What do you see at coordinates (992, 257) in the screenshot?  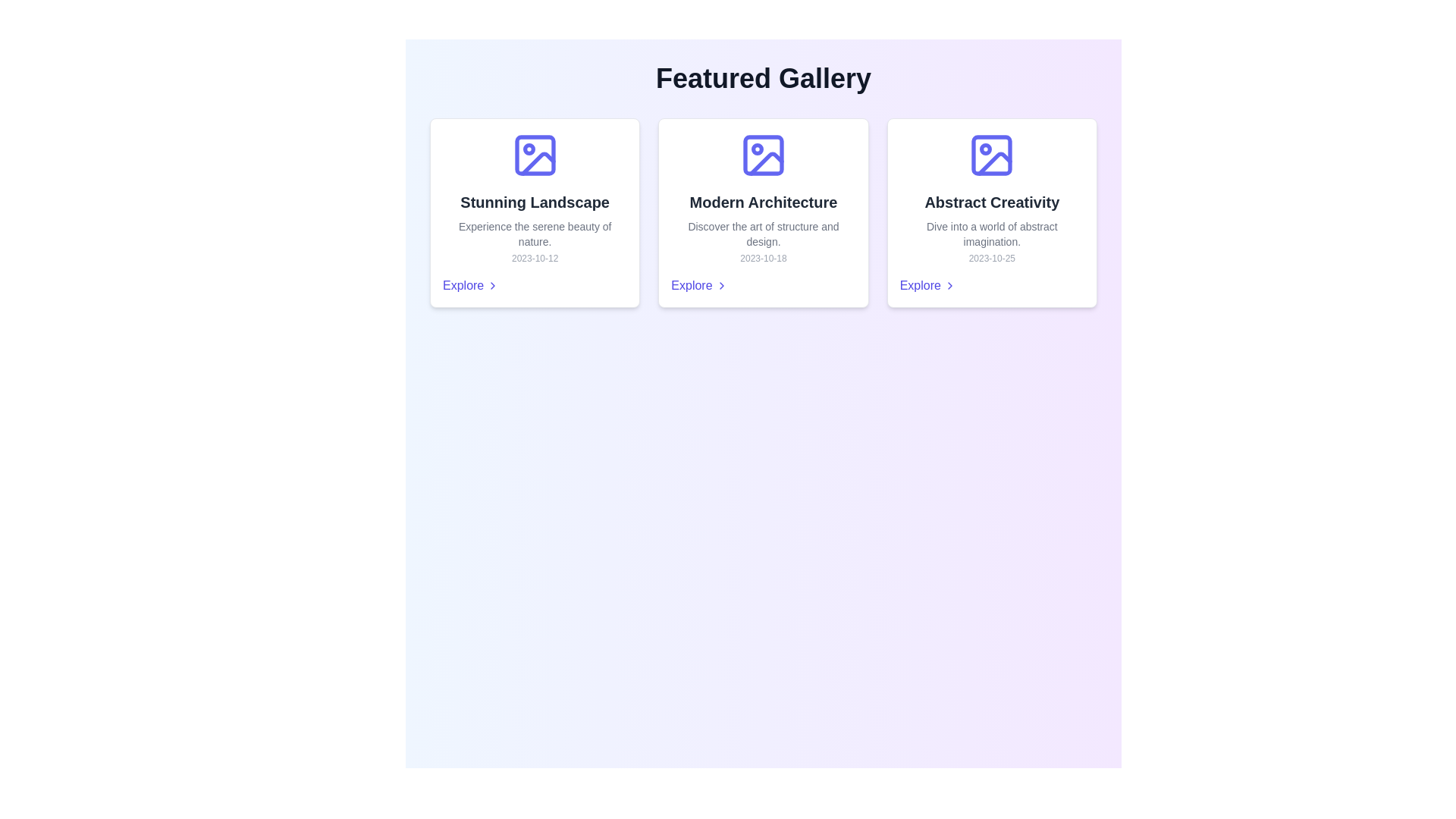 I see `the text label that displays the publication or feature date, located at the bottom of the 'Abstract Creativity' card, just above the 'Explore' link` at bounding box center [992, 257].